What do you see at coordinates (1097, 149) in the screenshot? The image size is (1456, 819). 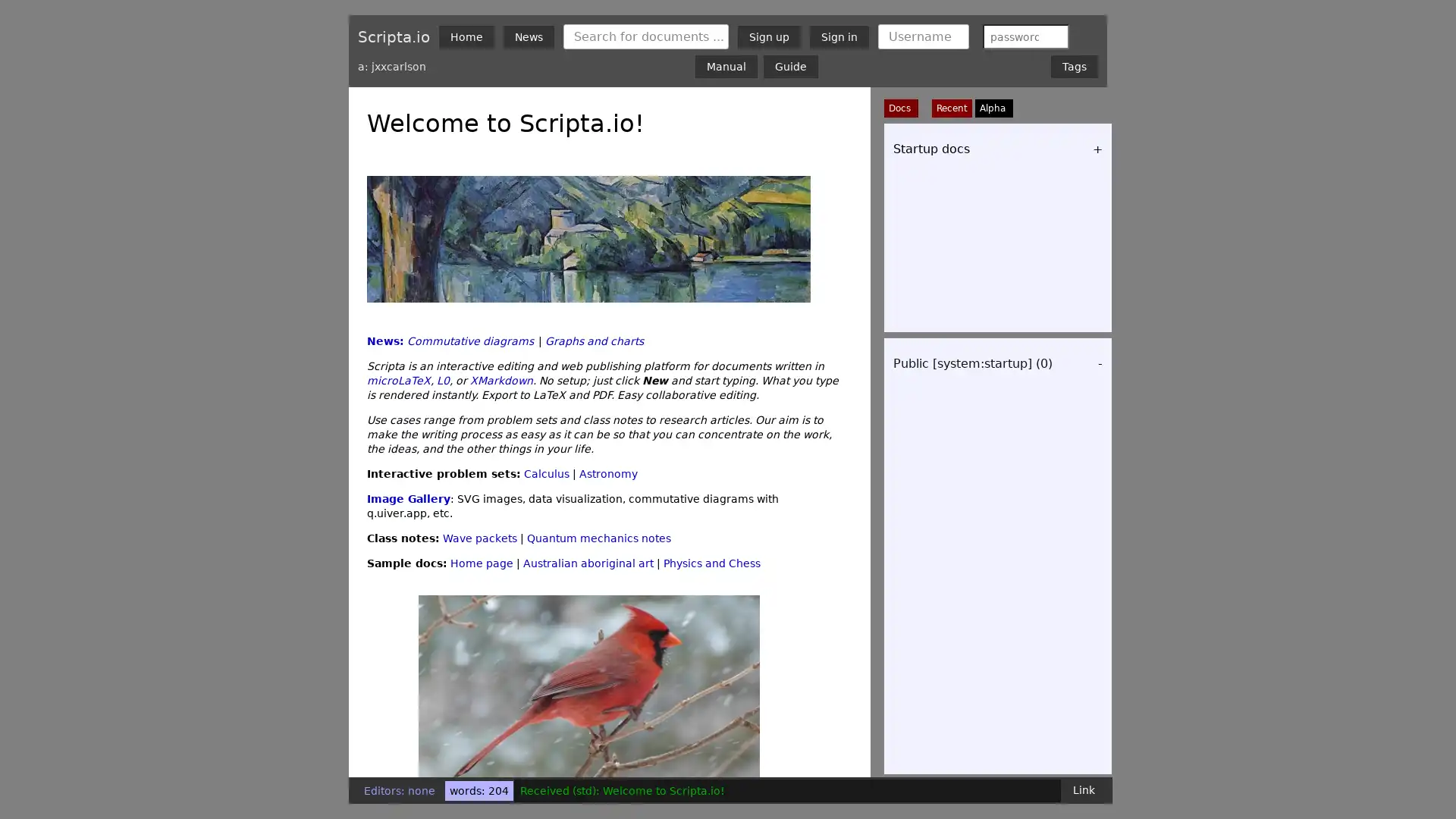 I see `+` at bounding box center [1097, 149].